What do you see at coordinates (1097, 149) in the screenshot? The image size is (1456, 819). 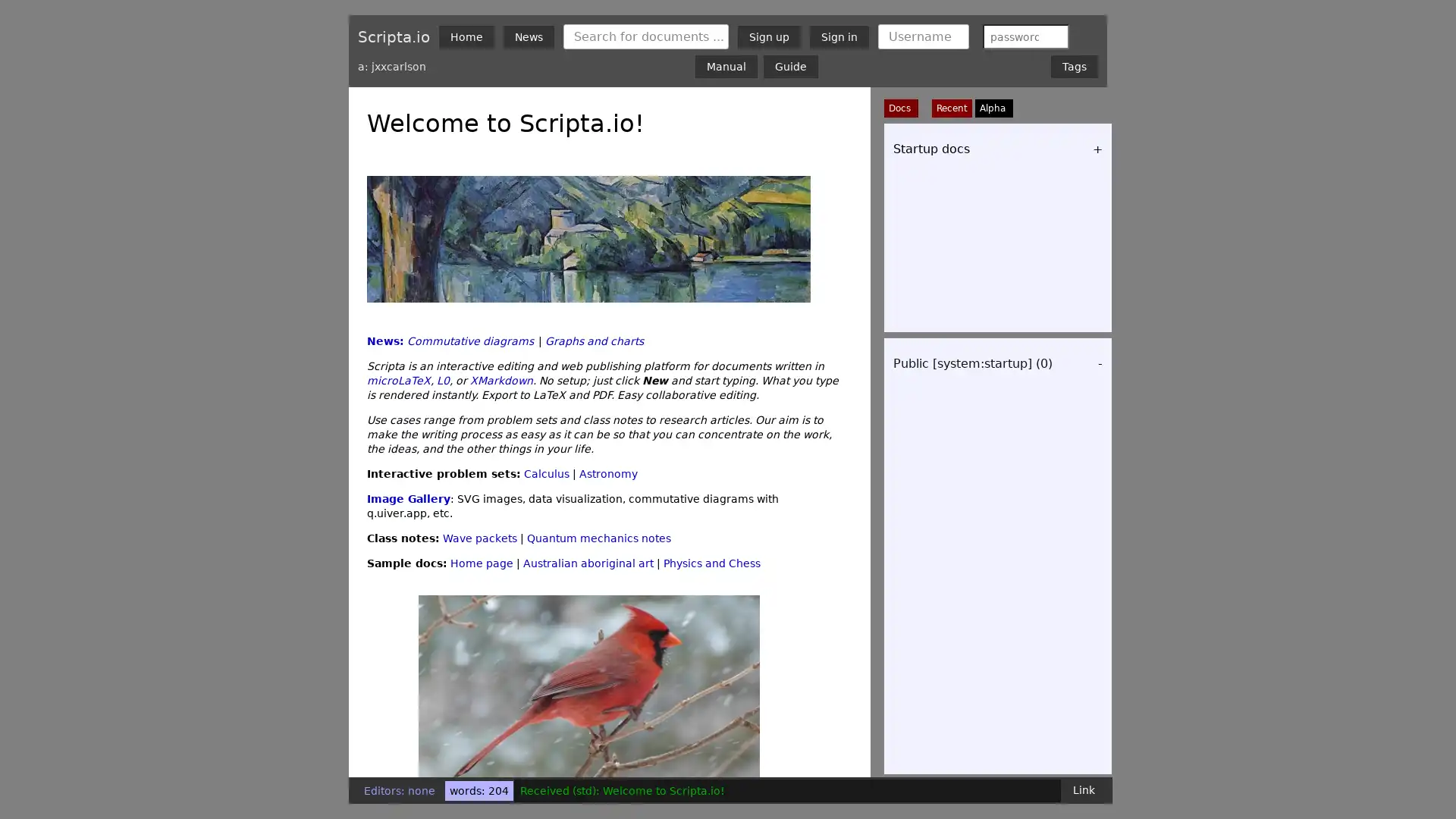 I see `+` at bounding box center [1097, 149].